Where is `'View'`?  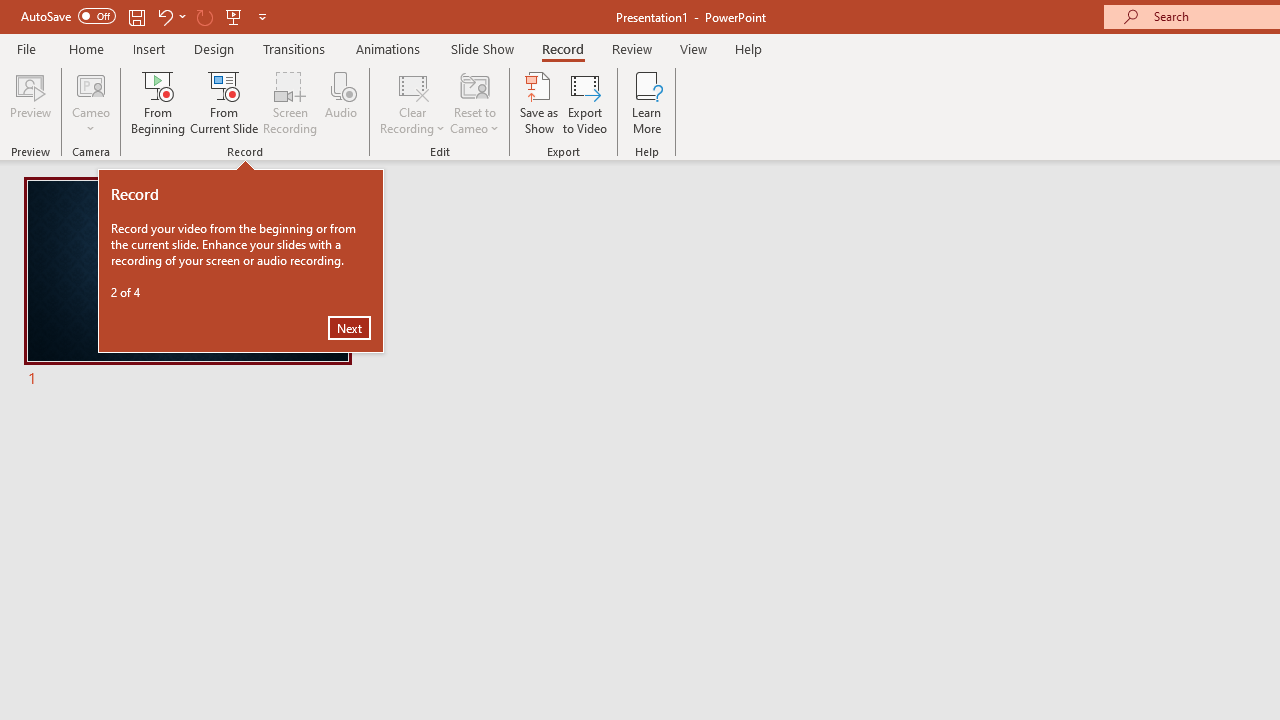
'View' is located at coordinates (693, 48).